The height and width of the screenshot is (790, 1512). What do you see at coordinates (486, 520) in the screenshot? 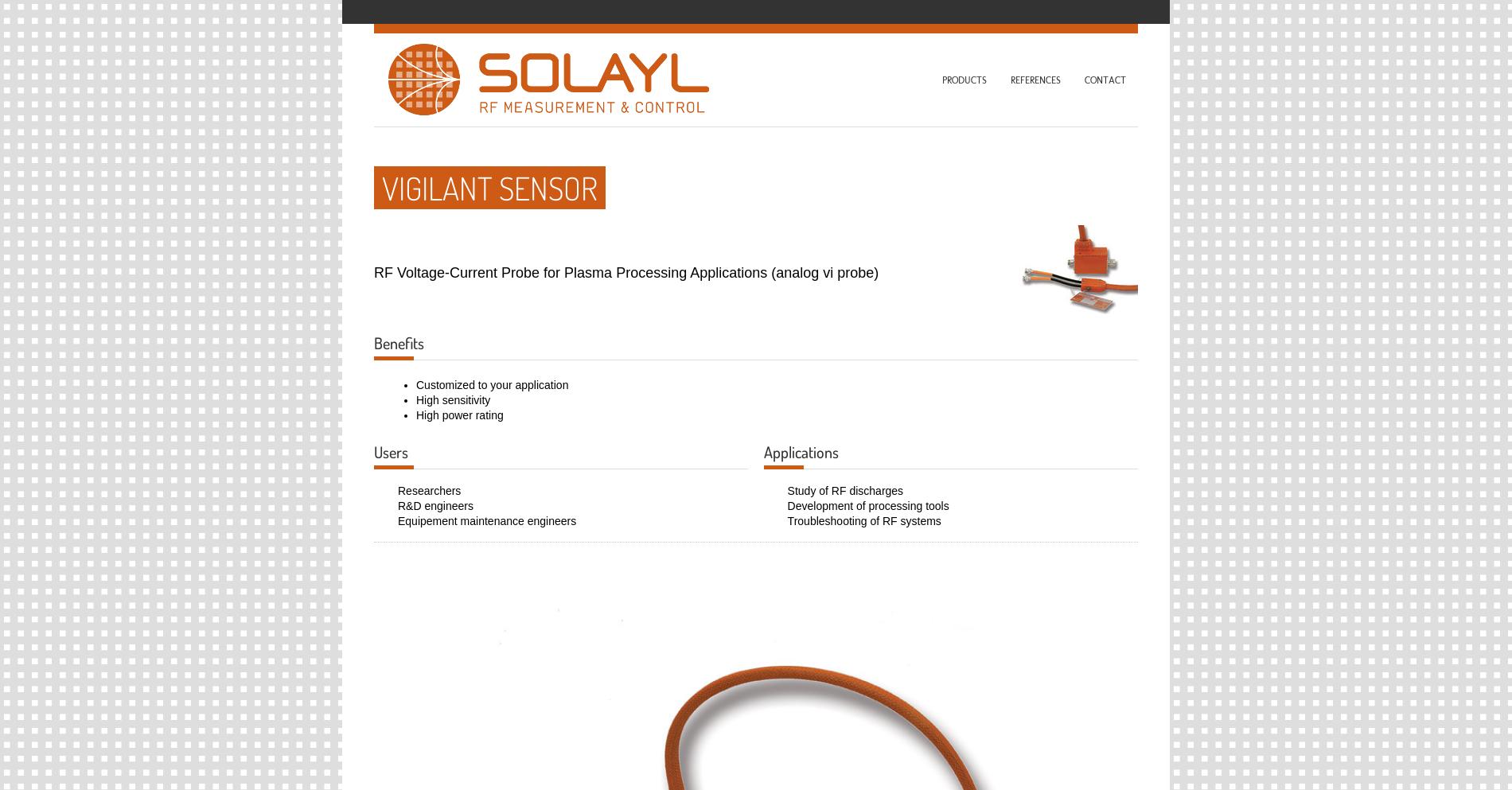
I see `'Equipement maintenance engineers'` at bounding box center [486, 520].